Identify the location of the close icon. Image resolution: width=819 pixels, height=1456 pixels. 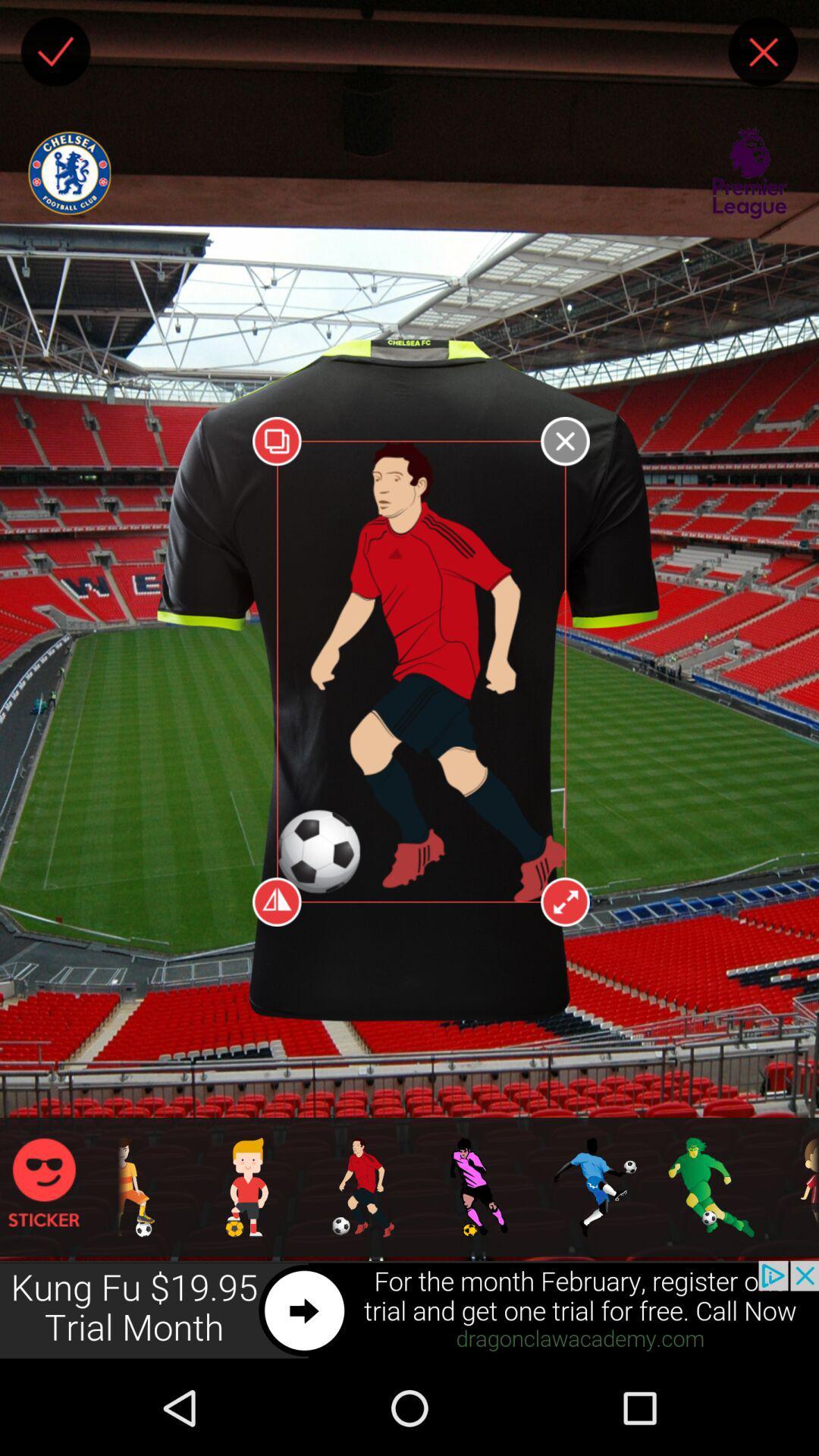
(763, 55).